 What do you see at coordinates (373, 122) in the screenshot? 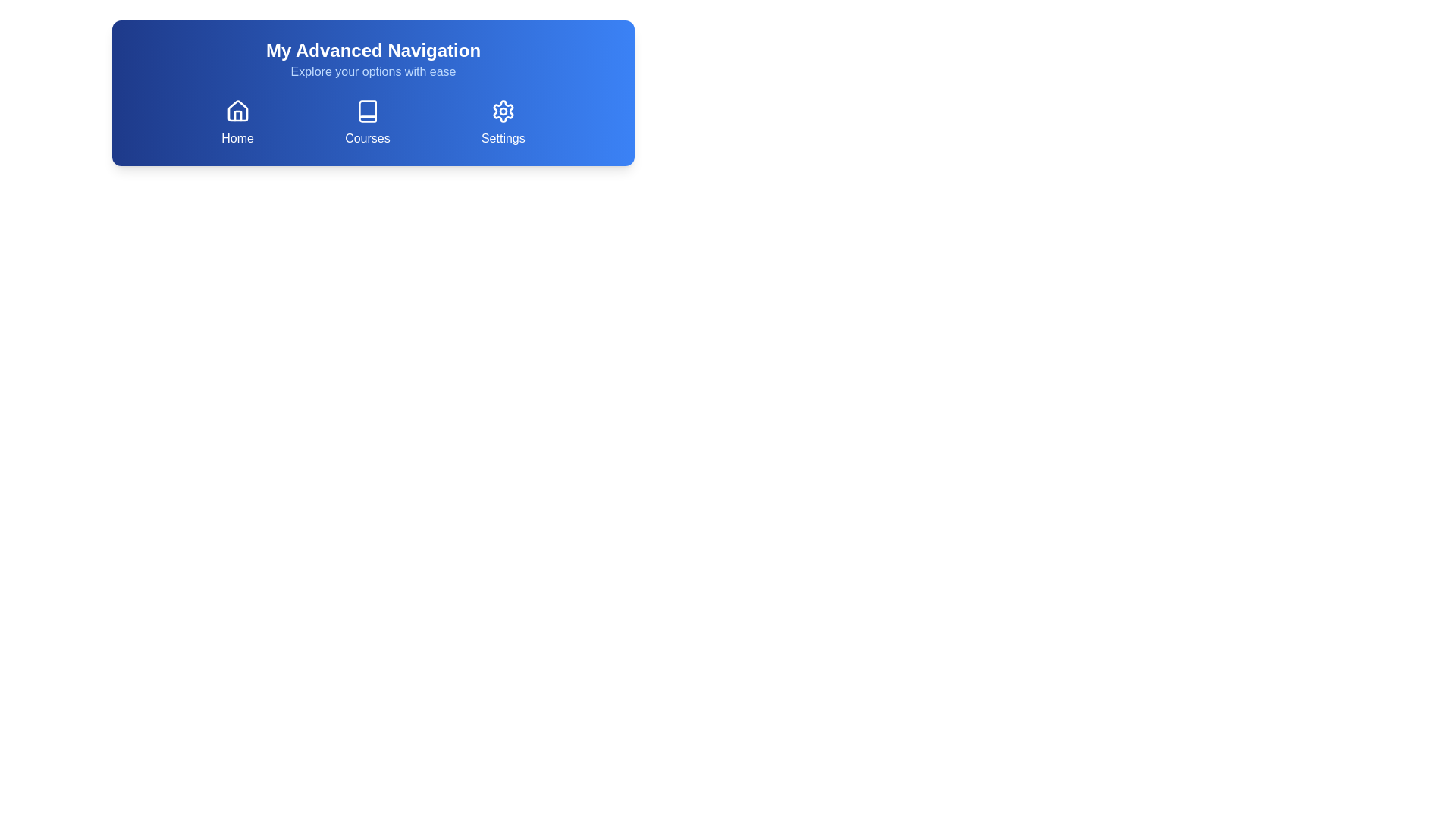
I see `the 'Courses' section of the navigation menu, which is the second item labeled with a book icon` at bounding box center [373, 122].